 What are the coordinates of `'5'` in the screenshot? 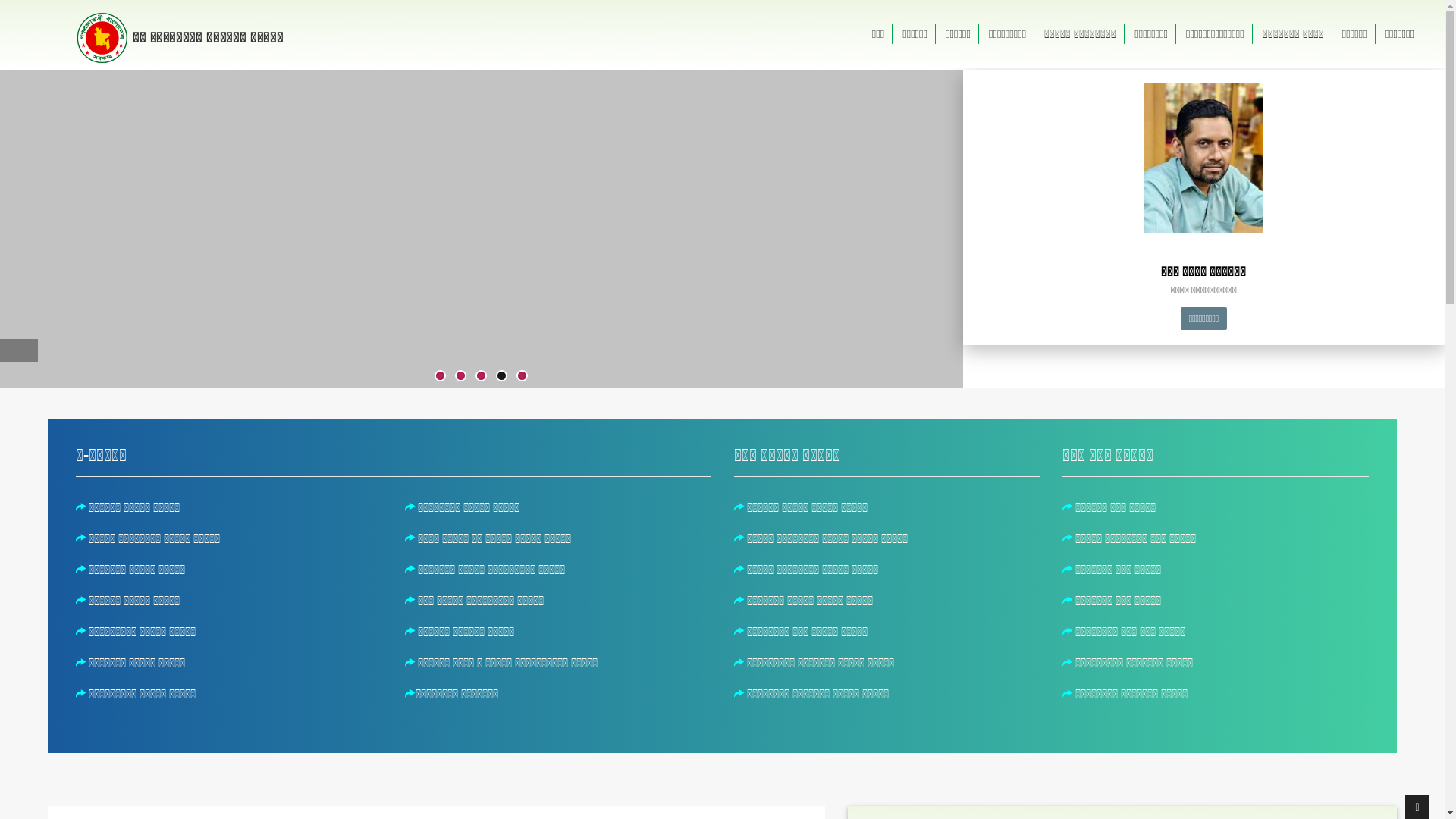 It's located at (522, 375).